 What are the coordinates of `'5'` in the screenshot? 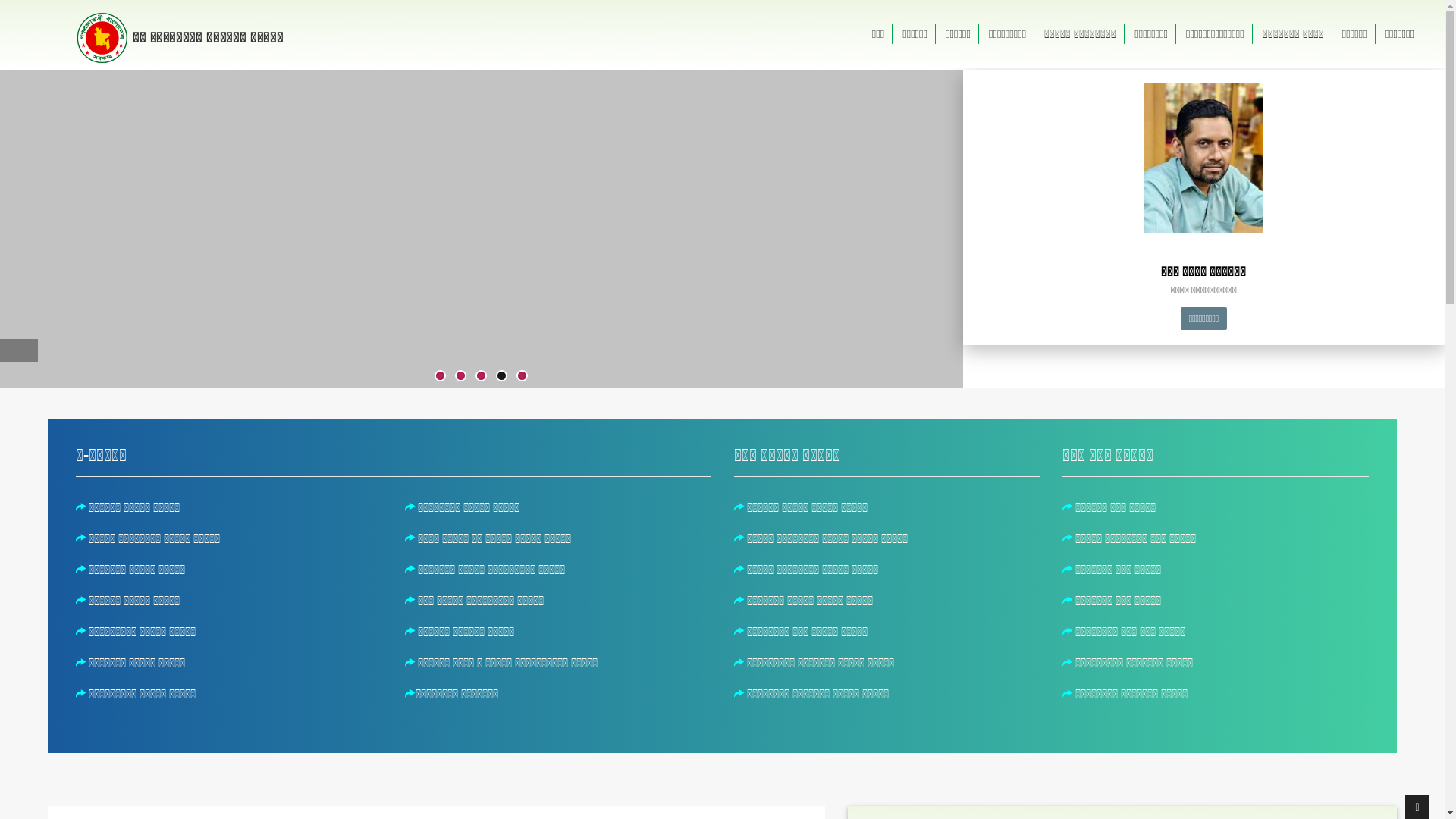 It's located at (522, 375).